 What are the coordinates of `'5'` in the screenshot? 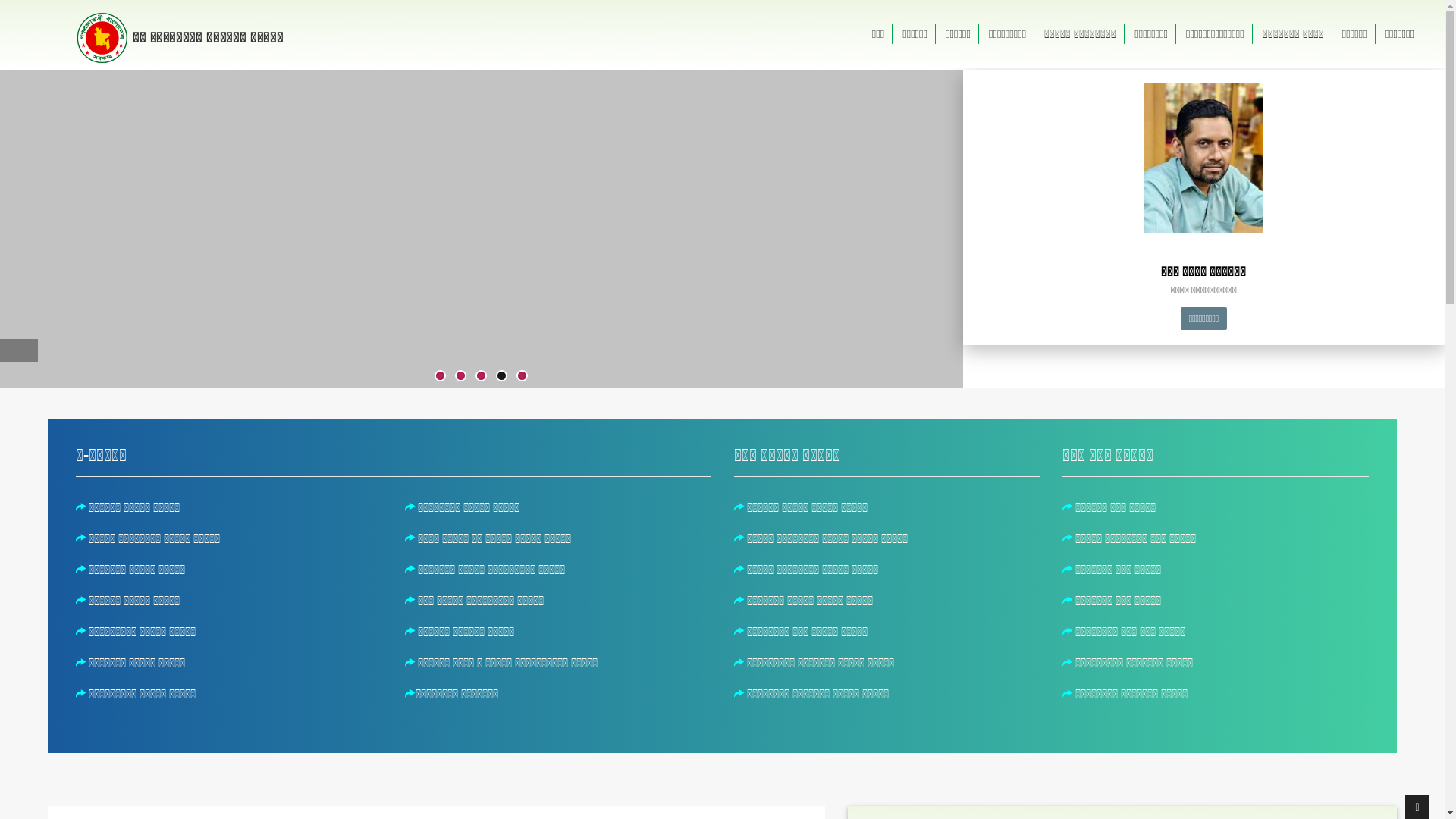 It's located at (522, 375).